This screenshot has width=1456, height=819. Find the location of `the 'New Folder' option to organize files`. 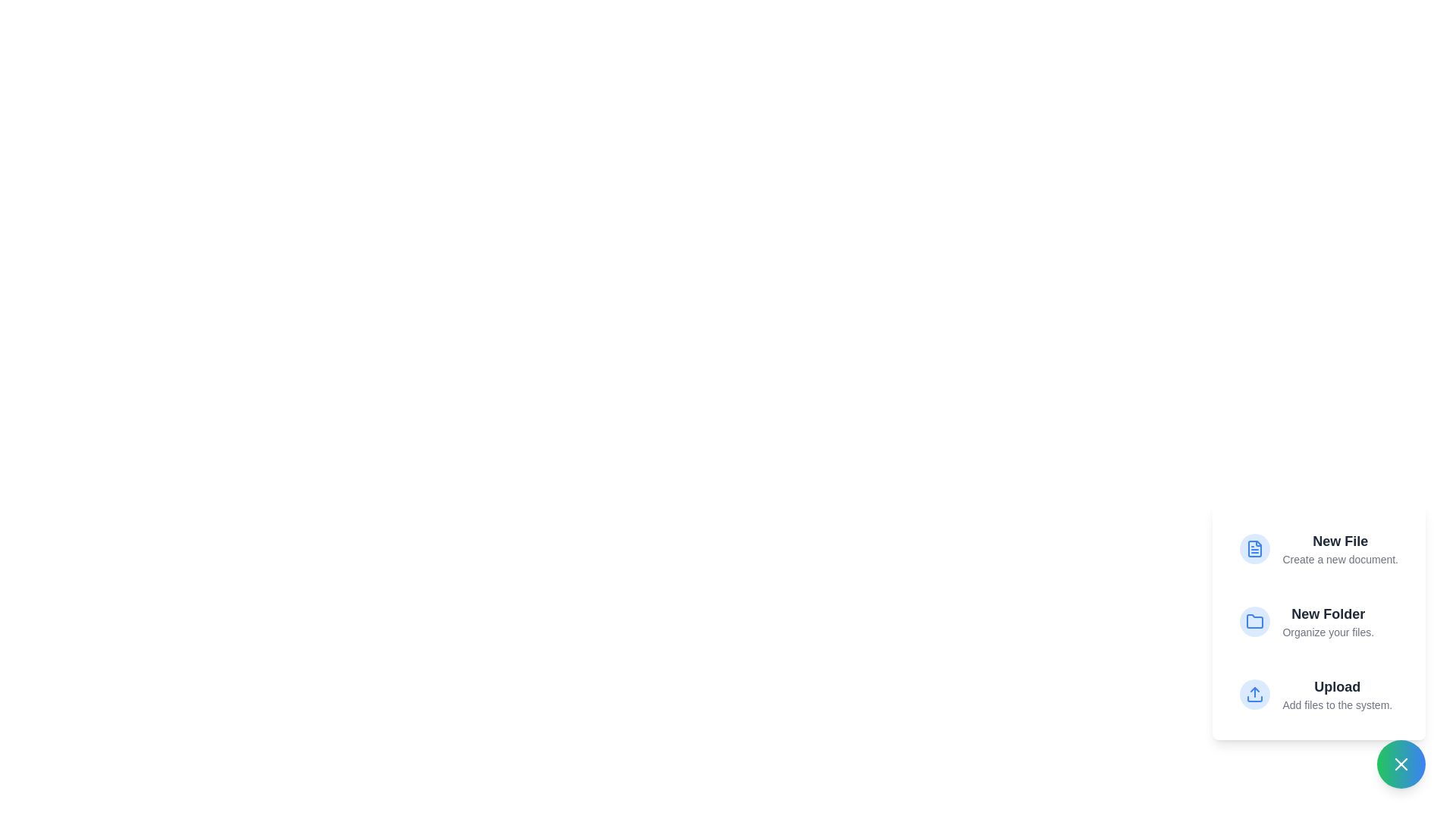

the 'New Folder' option to organize files is located at coordinates (1318, 622).